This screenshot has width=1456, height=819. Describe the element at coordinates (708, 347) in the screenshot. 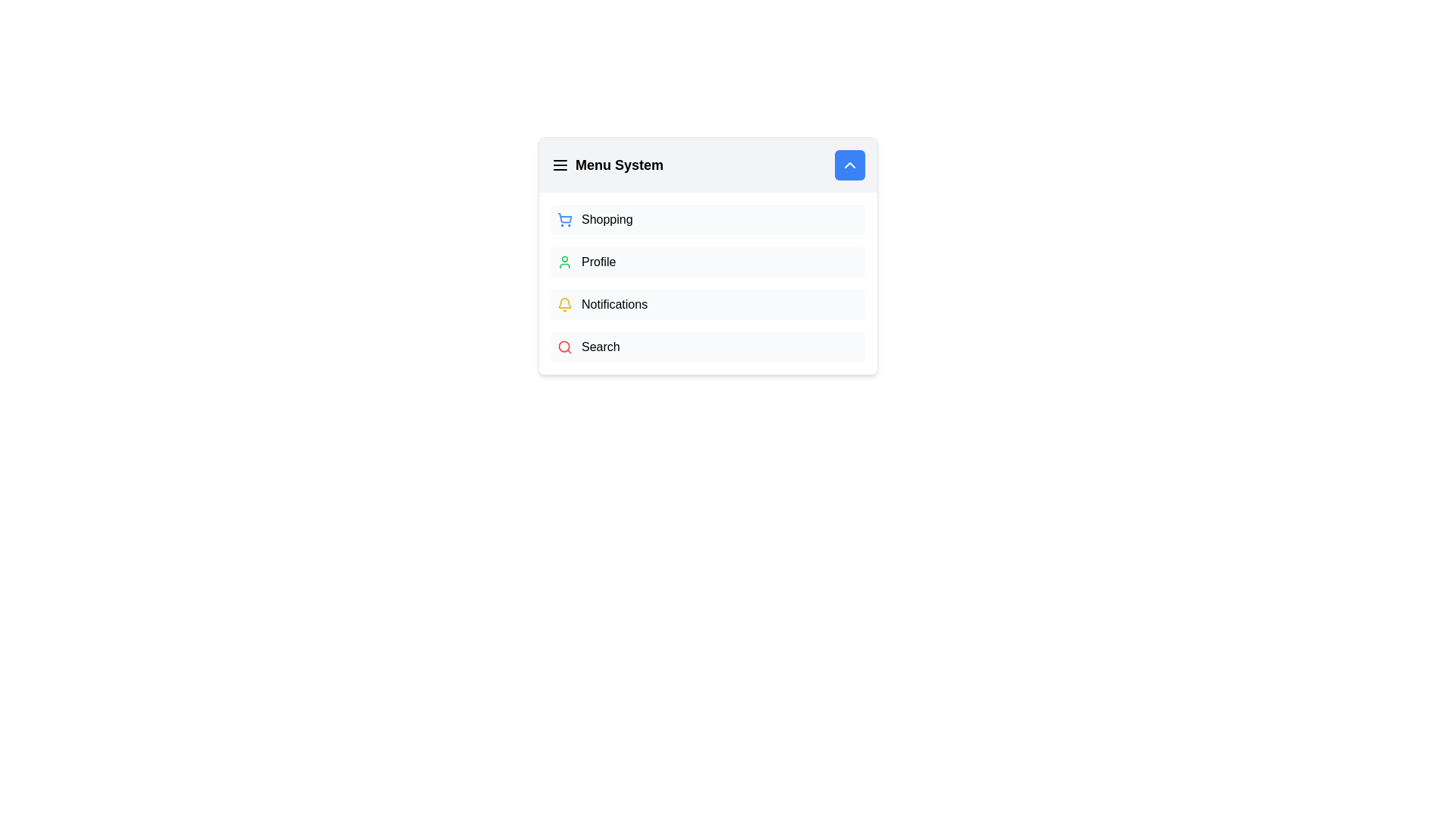

I see `the compact rectangular 'Search' button with a light gray background and a red magnifying glass icon, located as the fourth item in the vertical menu list beneath the 'Notifications' button` at that location.